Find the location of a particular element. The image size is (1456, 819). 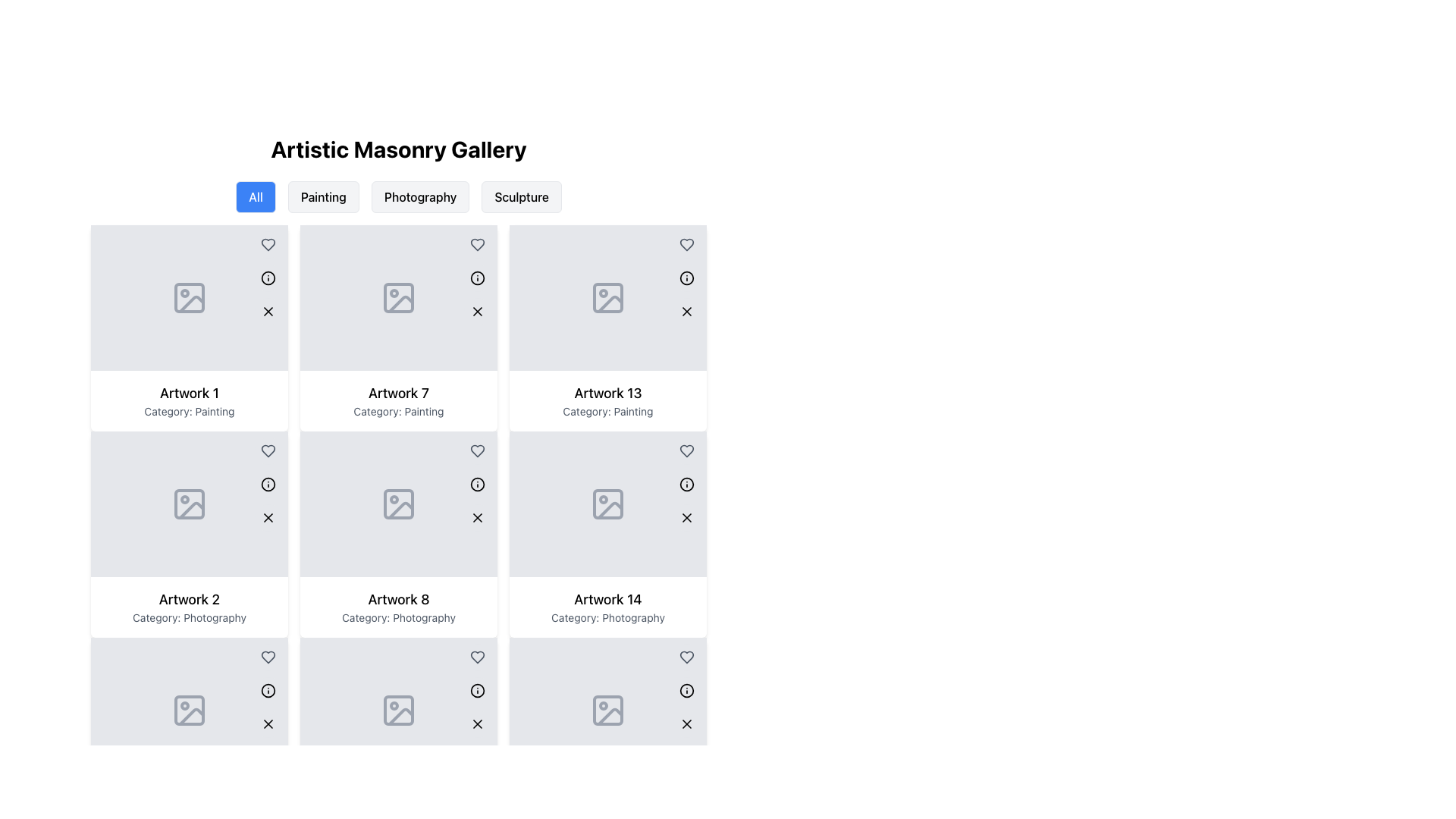

the circular heart icon button in the top-right corner of the grid card for Artwork 7 is located at coordinates (476, 244).